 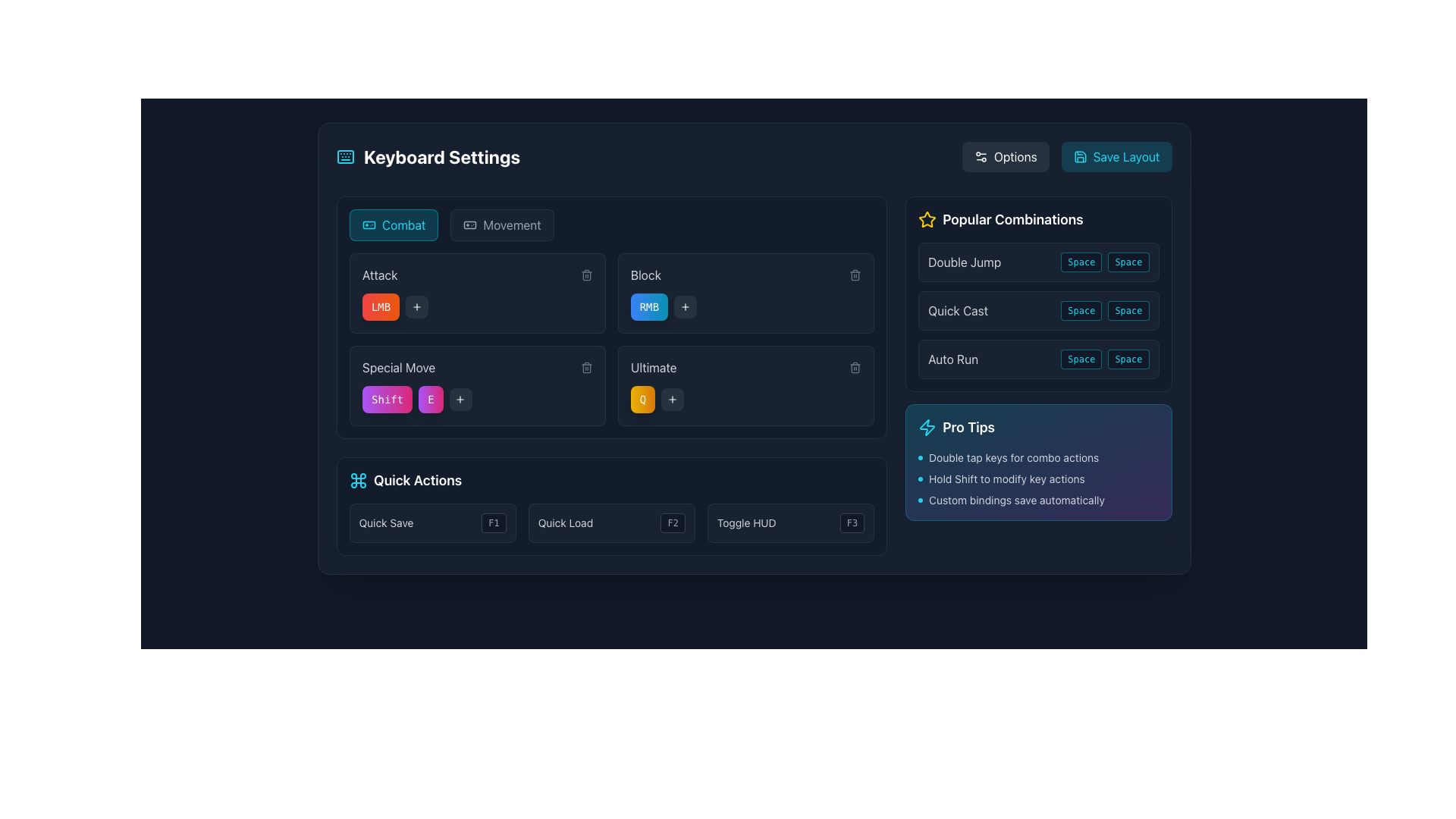 What do you see at coordinates (387, 399) in the screenshot?
I see `the visual indication button for the 'Special Move' action, representing the 'Shift' key, located in the 'Special Move' section of the 'Keyboard Settings' interface` at bounding box center [387, 399].